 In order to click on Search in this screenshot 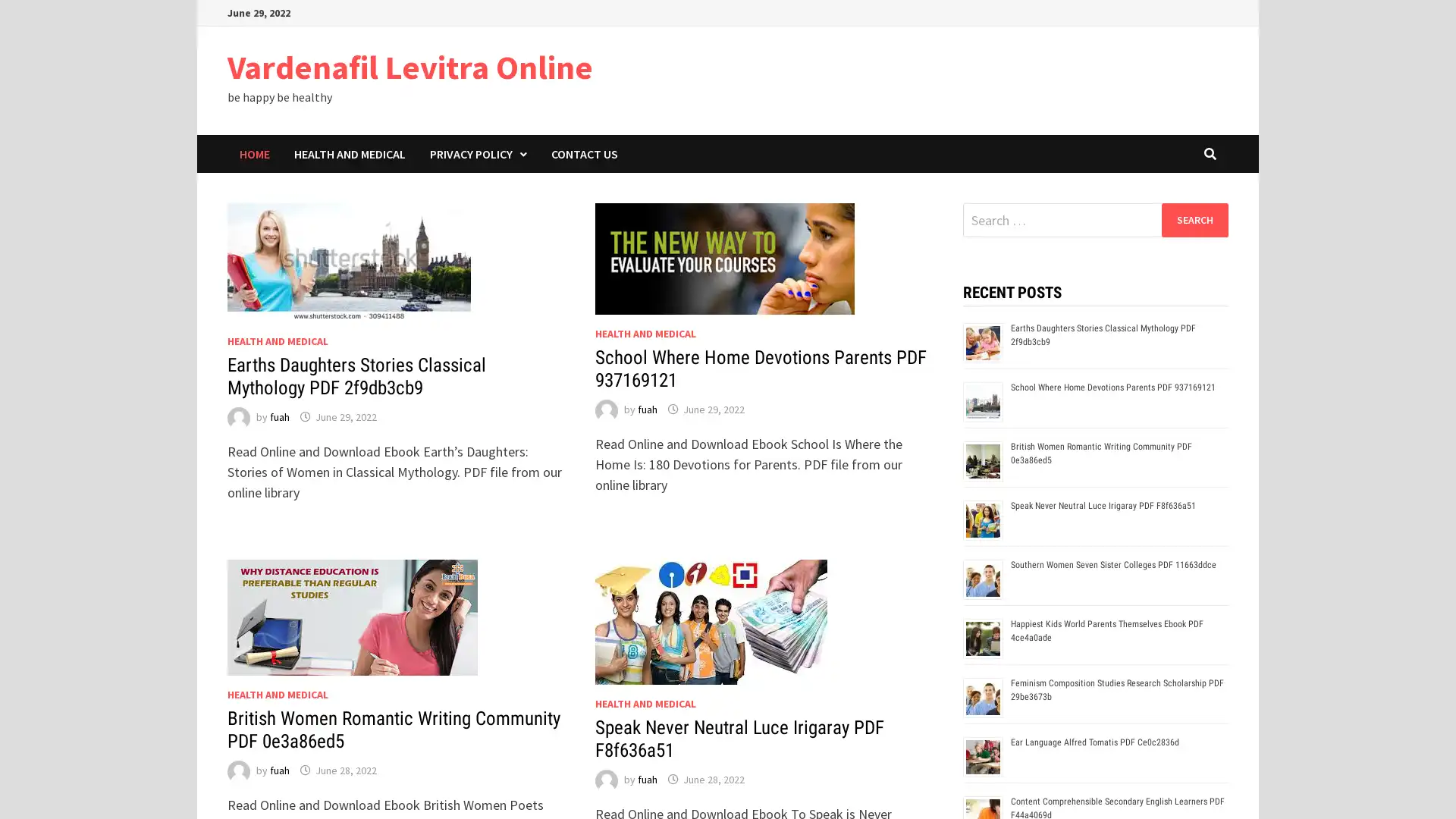, I will do `click(1194, 219)`.